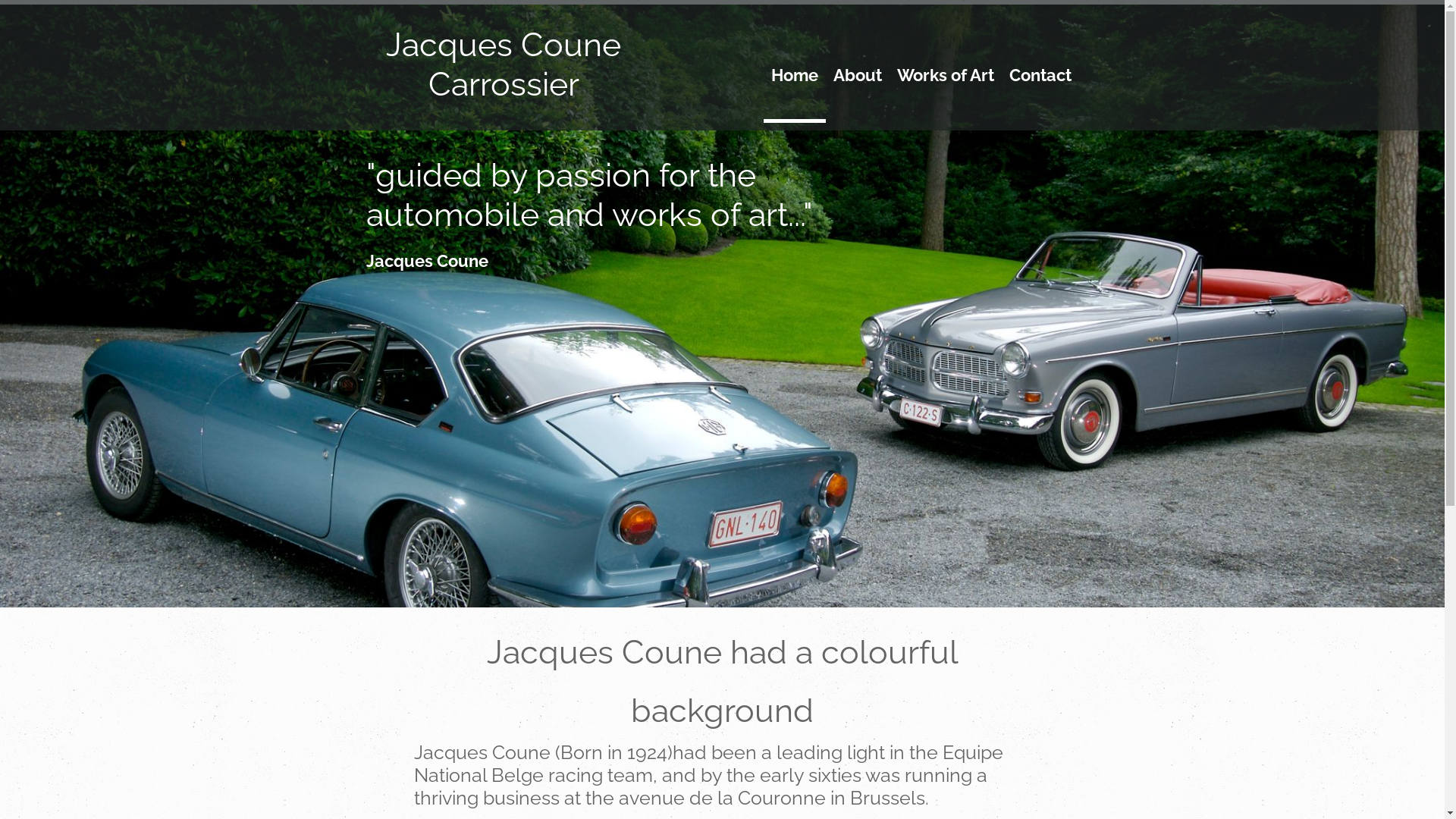  What do you see at coordinates (944, 89) in the screenshot?
I see `'Works of Art'` at bounding box center [944, 89].